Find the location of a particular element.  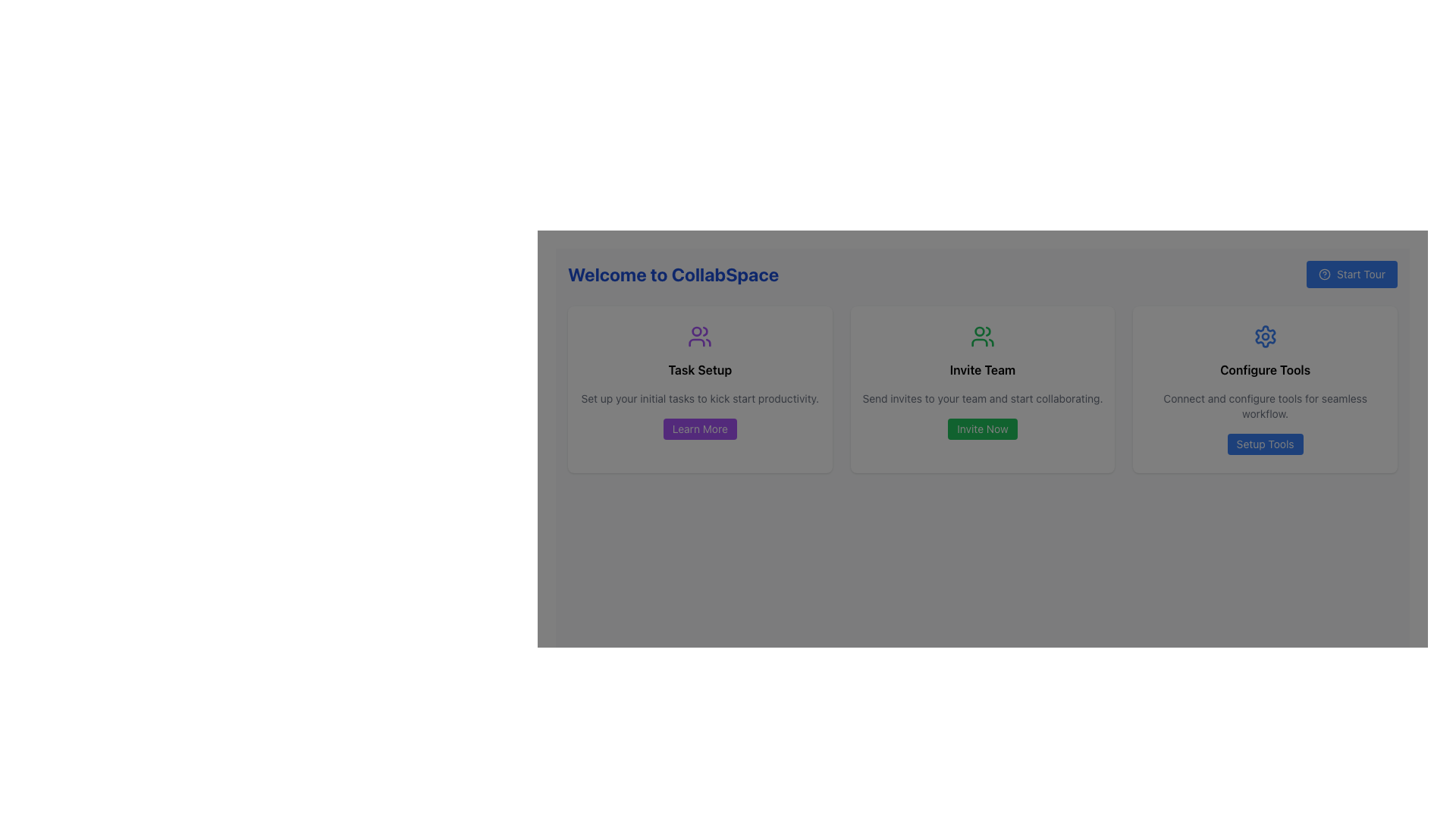

the static text label that provides information about the 'Task Setup' section, located between the 'Task Setup' title and the 'Learn More' button is located at coordinates (699, 397).